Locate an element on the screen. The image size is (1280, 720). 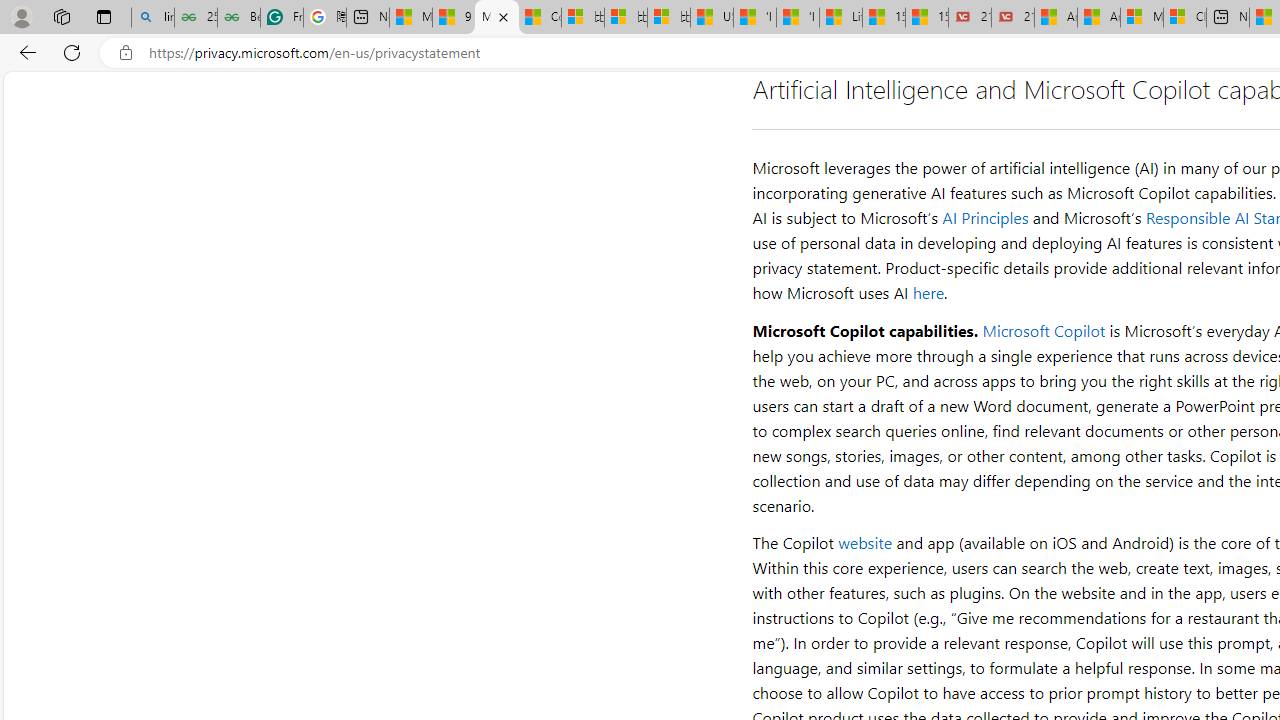
'Lifestyle - MSN' is located at coordinates (840, 17).